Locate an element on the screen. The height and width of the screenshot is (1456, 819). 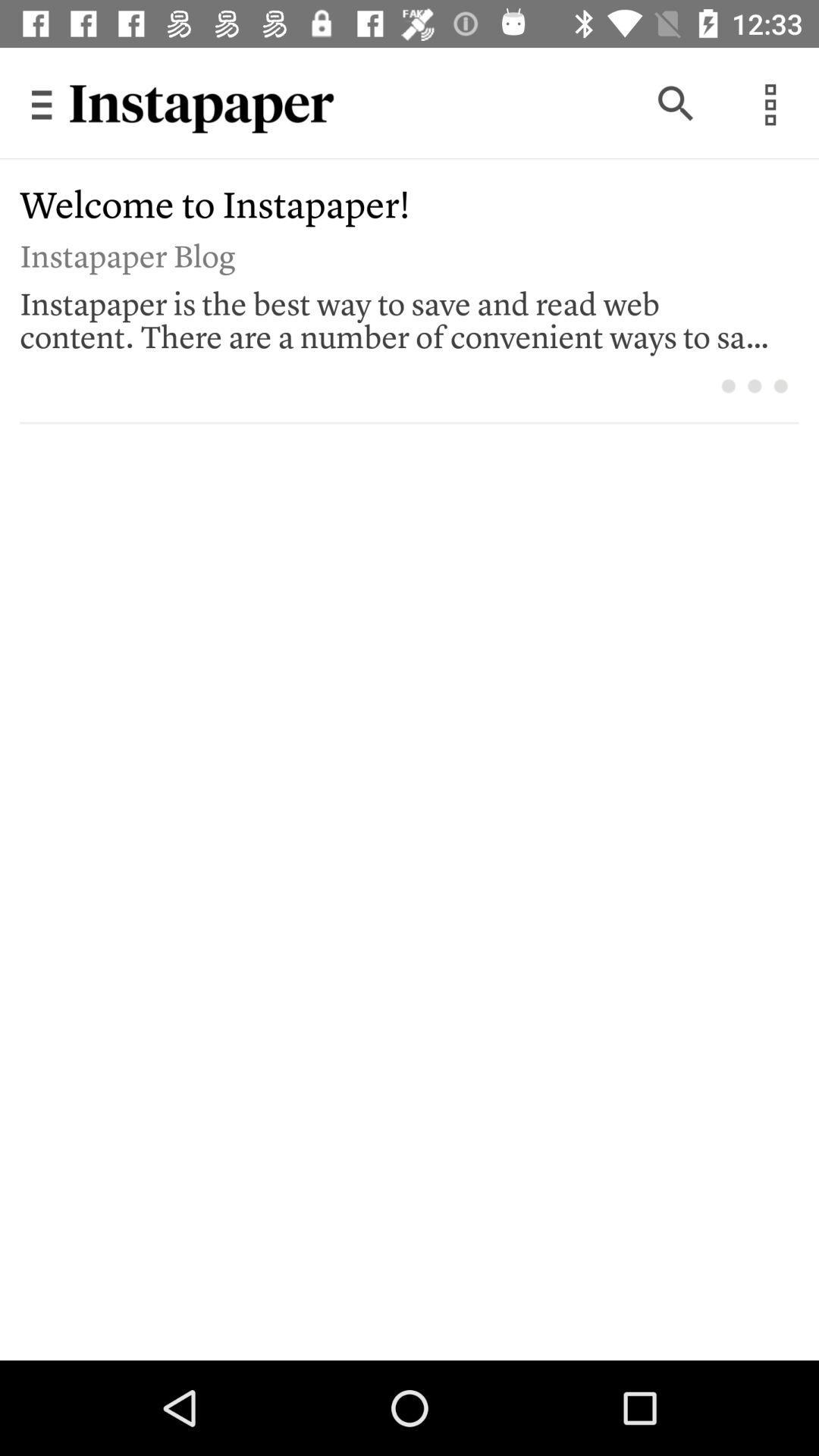
item below the instapaper blog icon is located at coordinates (398, 315).